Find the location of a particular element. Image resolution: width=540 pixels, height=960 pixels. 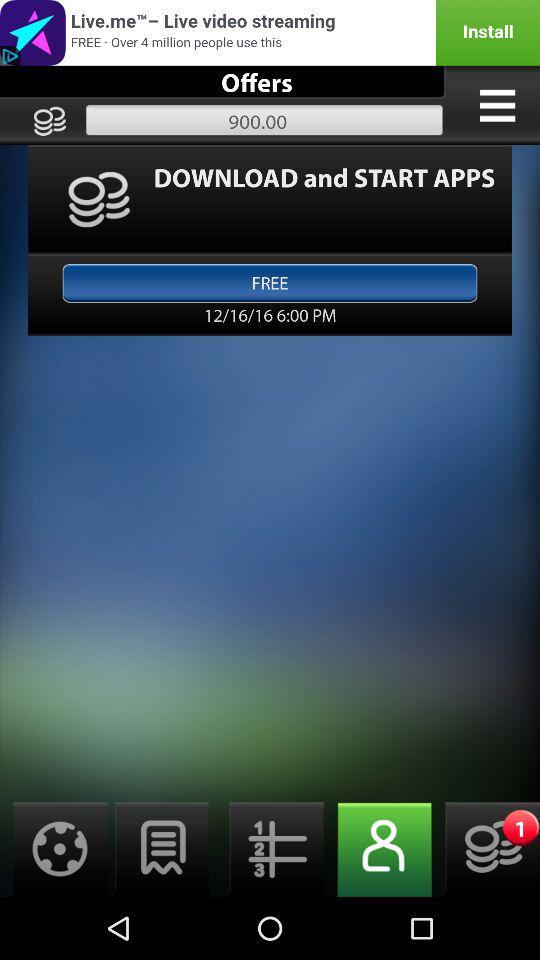

the avatar icon is located at coordinates (378, 909).